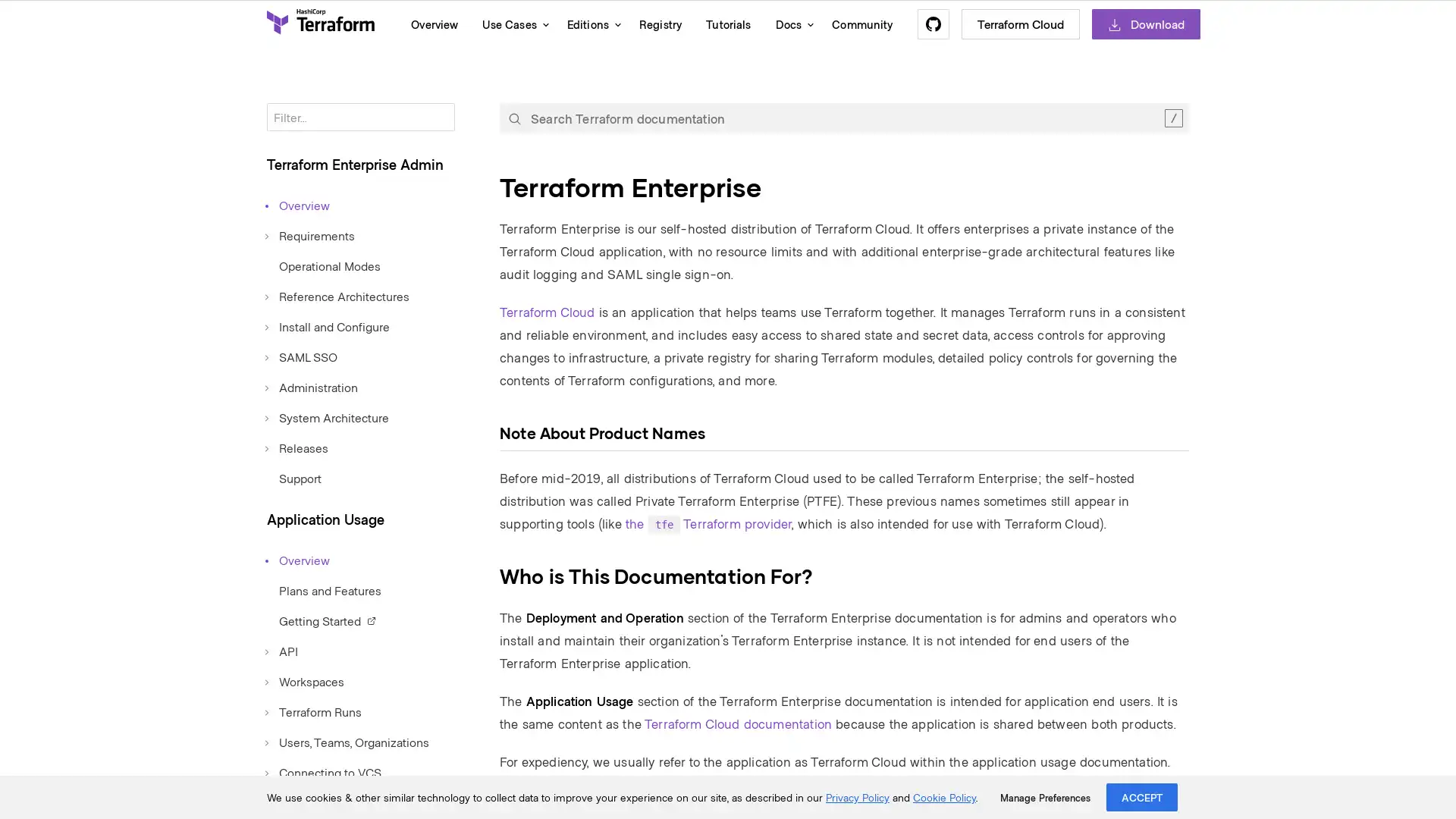 Image resolution: width=1456 pixels, height=819 pixels. Describe the element at coordinates (282, 649) in the screenshot. I see `API` at that location.